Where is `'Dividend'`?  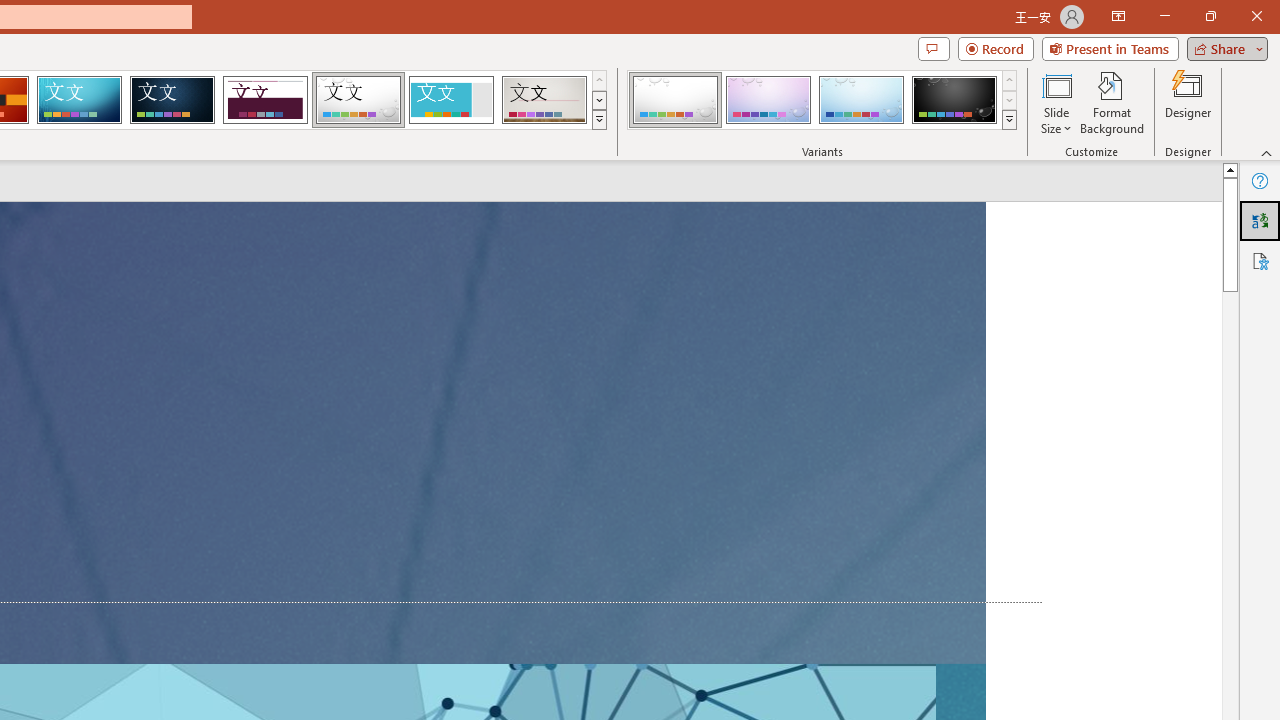
'Dividend' is located at coordinates (264, 100).